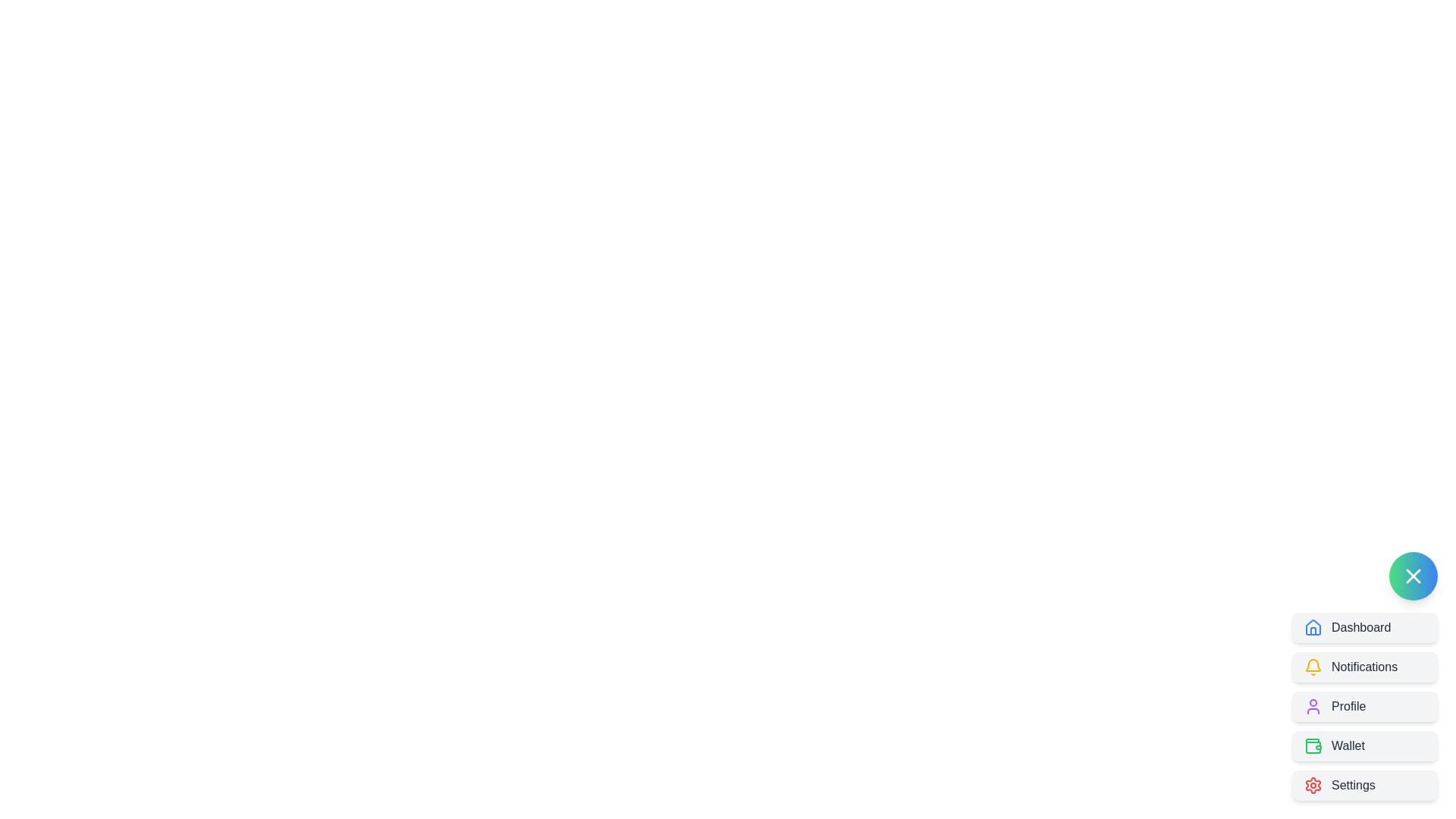 This screenshot has height=819, width=1456. Describe the element at coordinates (1412, 576) in the screenshot. I see `the circular button with a gradient color transitioning from green to blue that features a white 'X' icon centered within it, located at the bottom-right corner of the interface above the vertical menu` at that location.